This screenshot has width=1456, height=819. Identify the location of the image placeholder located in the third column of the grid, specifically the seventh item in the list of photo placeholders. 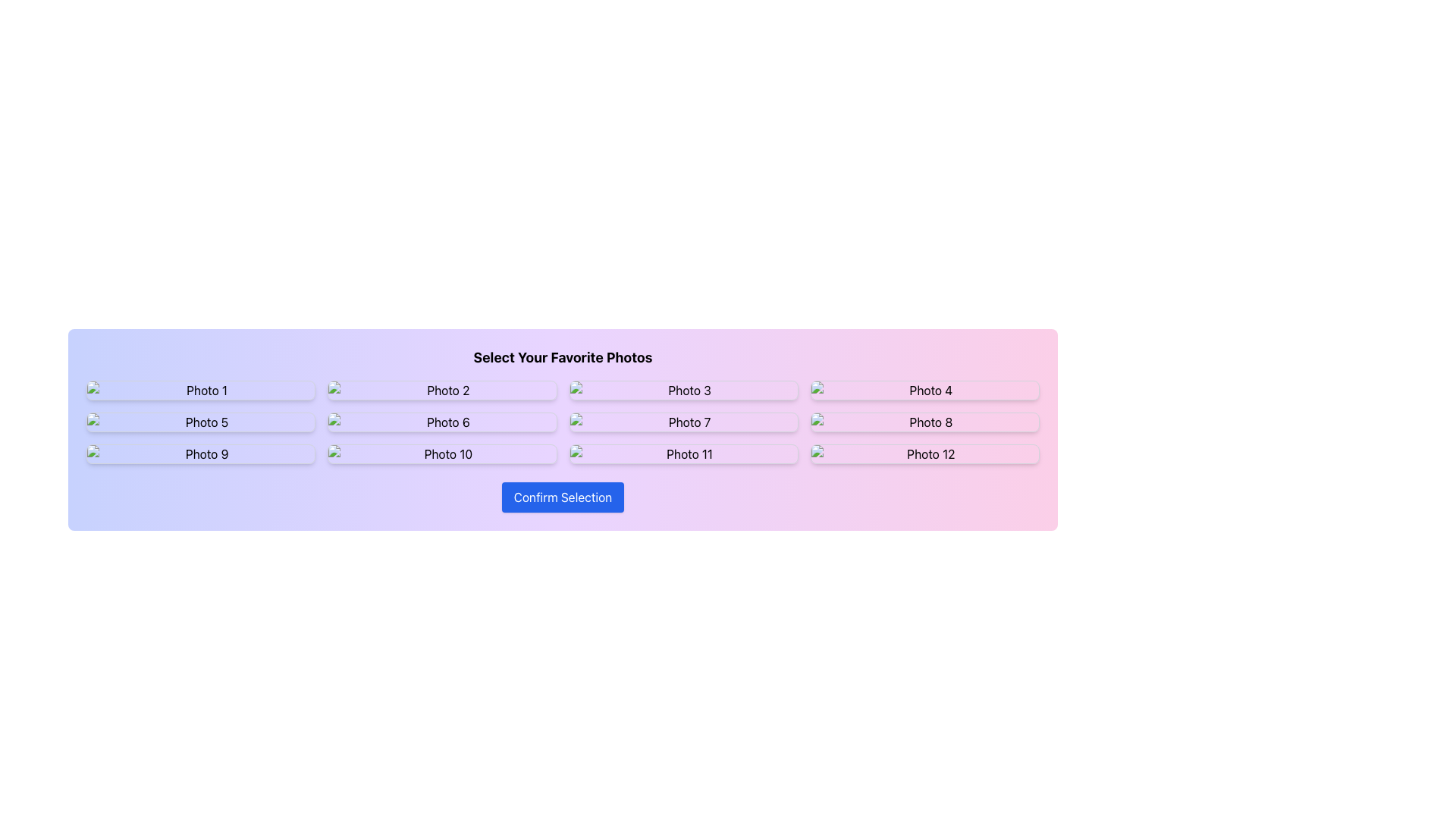
(682, 422).